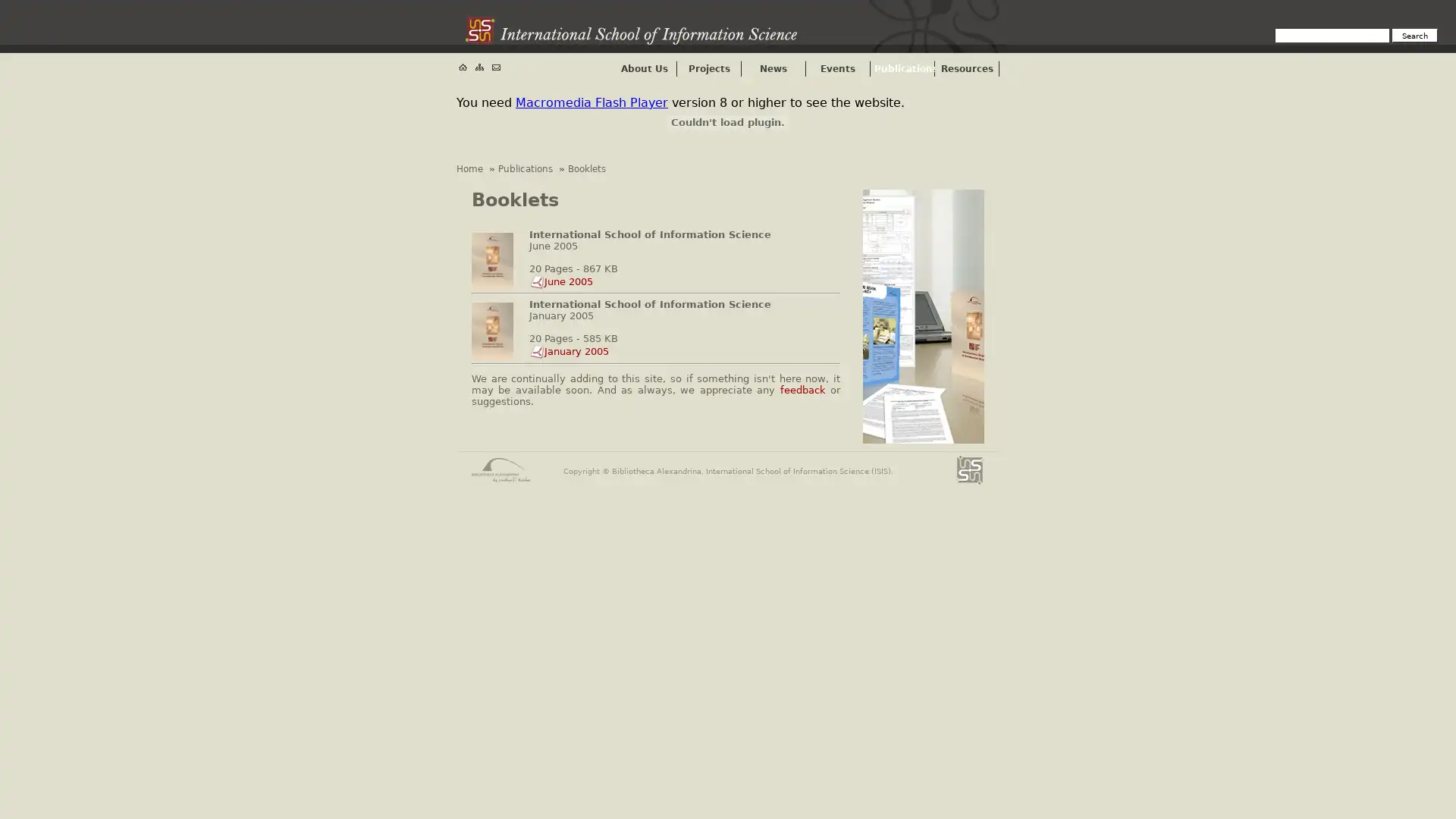  Describe the element at coordinates (1414, 34) in the screenshot. I see `Search` at that location.